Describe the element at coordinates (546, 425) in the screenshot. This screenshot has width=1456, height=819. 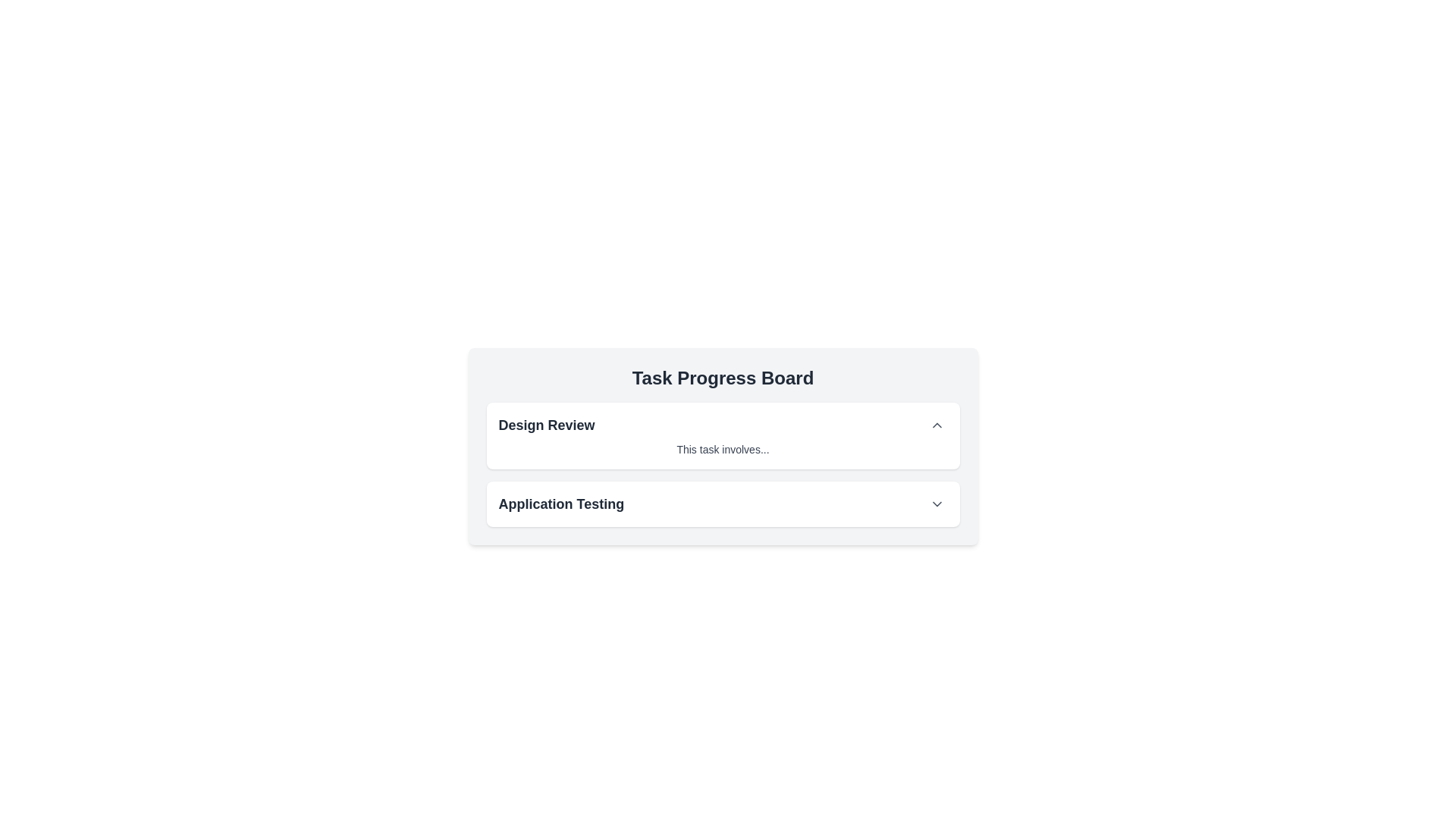
I see `the 'Design Review' text label` at that location.